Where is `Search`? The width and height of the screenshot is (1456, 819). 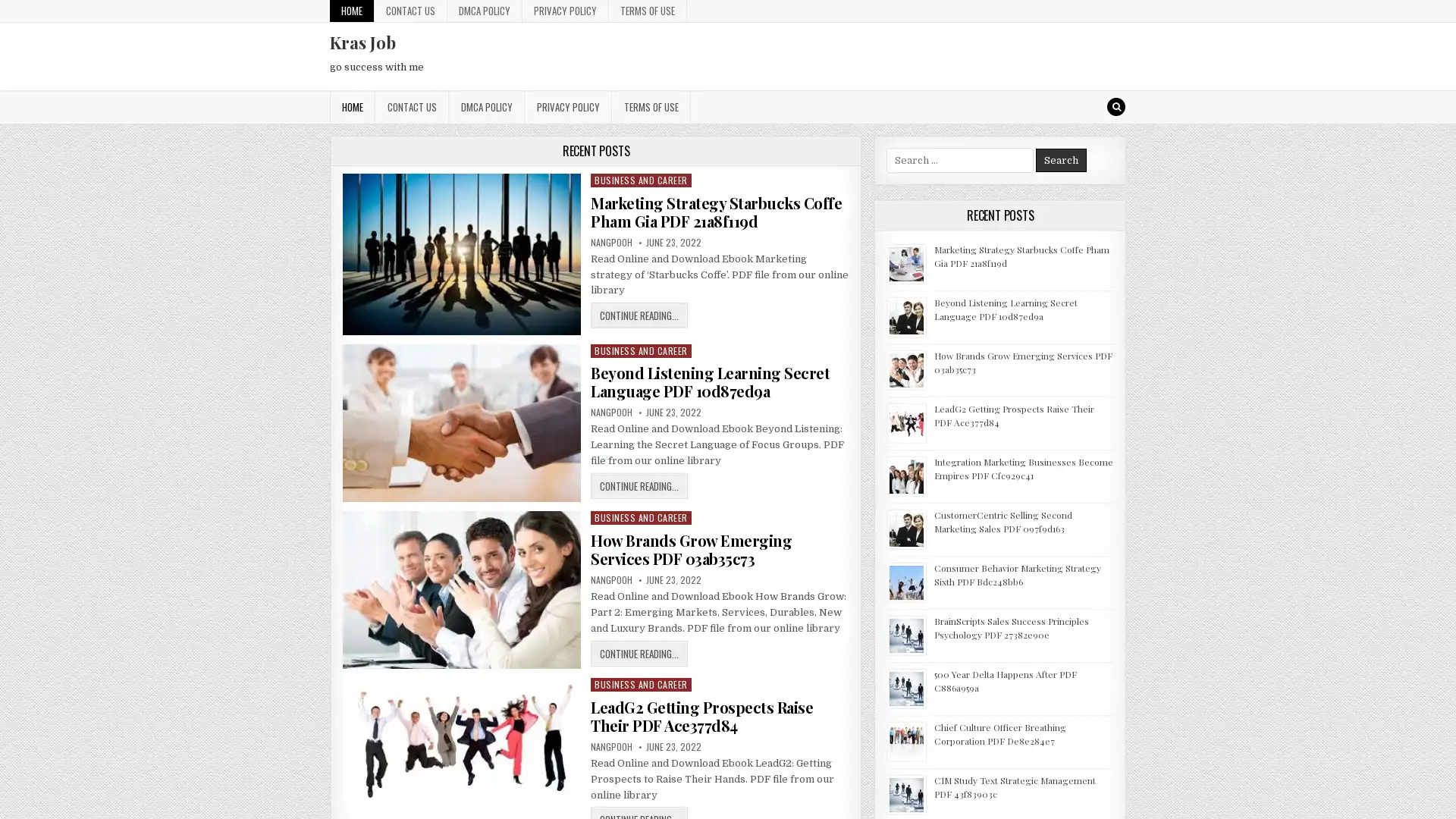
Search is located at coordinates (1060, 160).